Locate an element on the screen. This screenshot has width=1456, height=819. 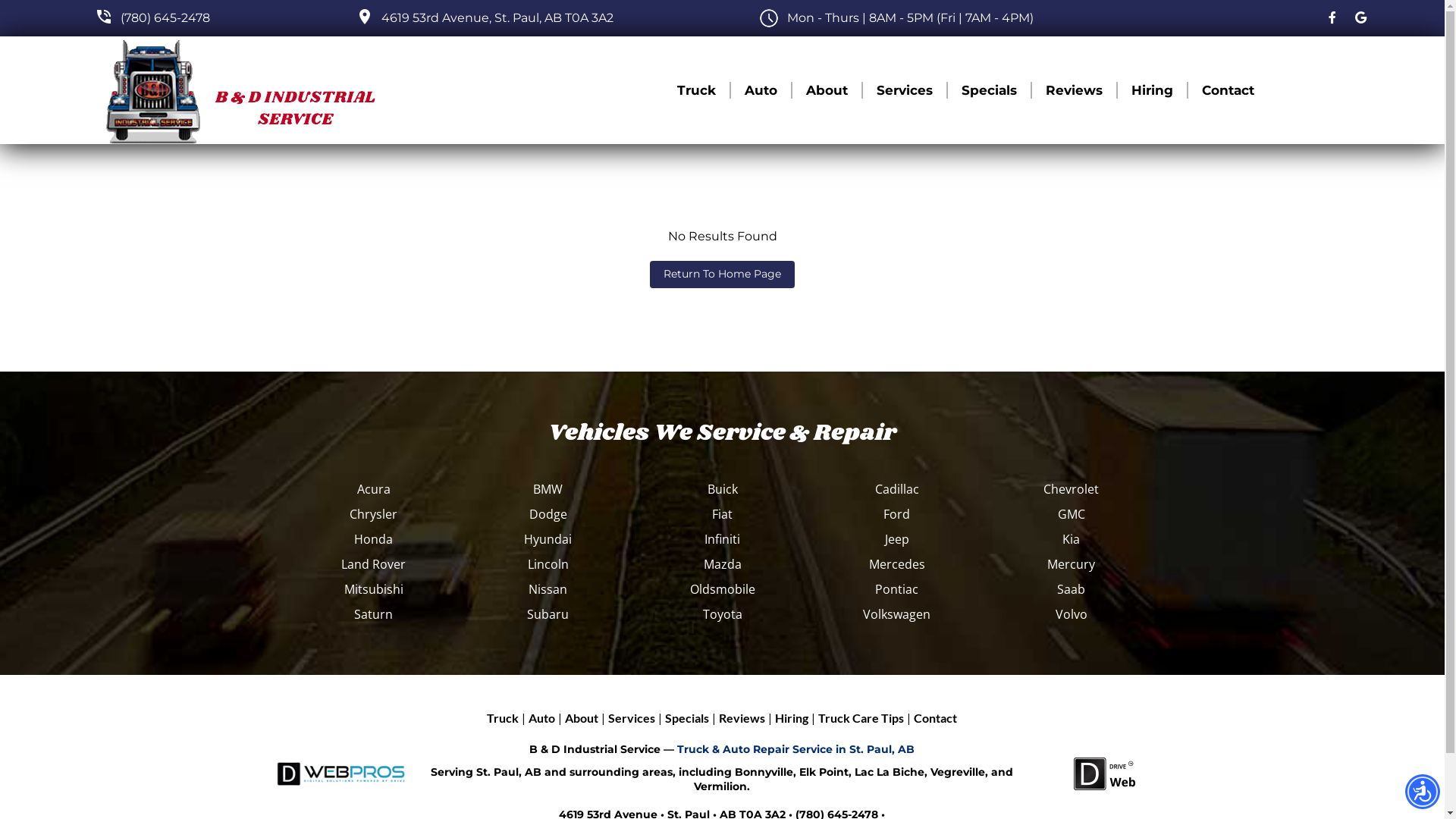
'Hiring' is located at coordinates (1152, 90).